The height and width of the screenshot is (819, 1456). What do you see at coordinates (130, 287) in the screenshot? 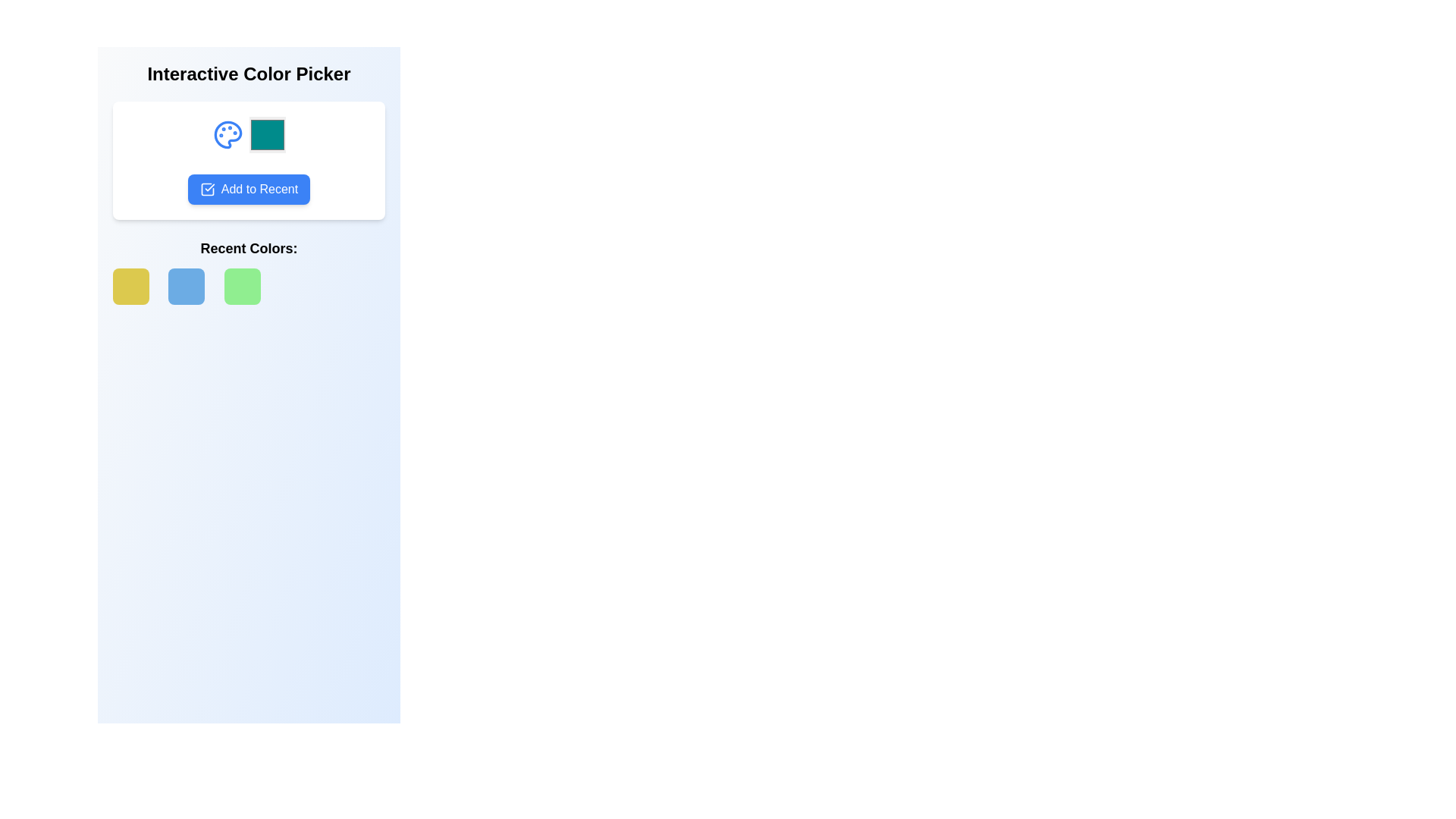
I see `the first color tile` at bounding box center [130, 287].